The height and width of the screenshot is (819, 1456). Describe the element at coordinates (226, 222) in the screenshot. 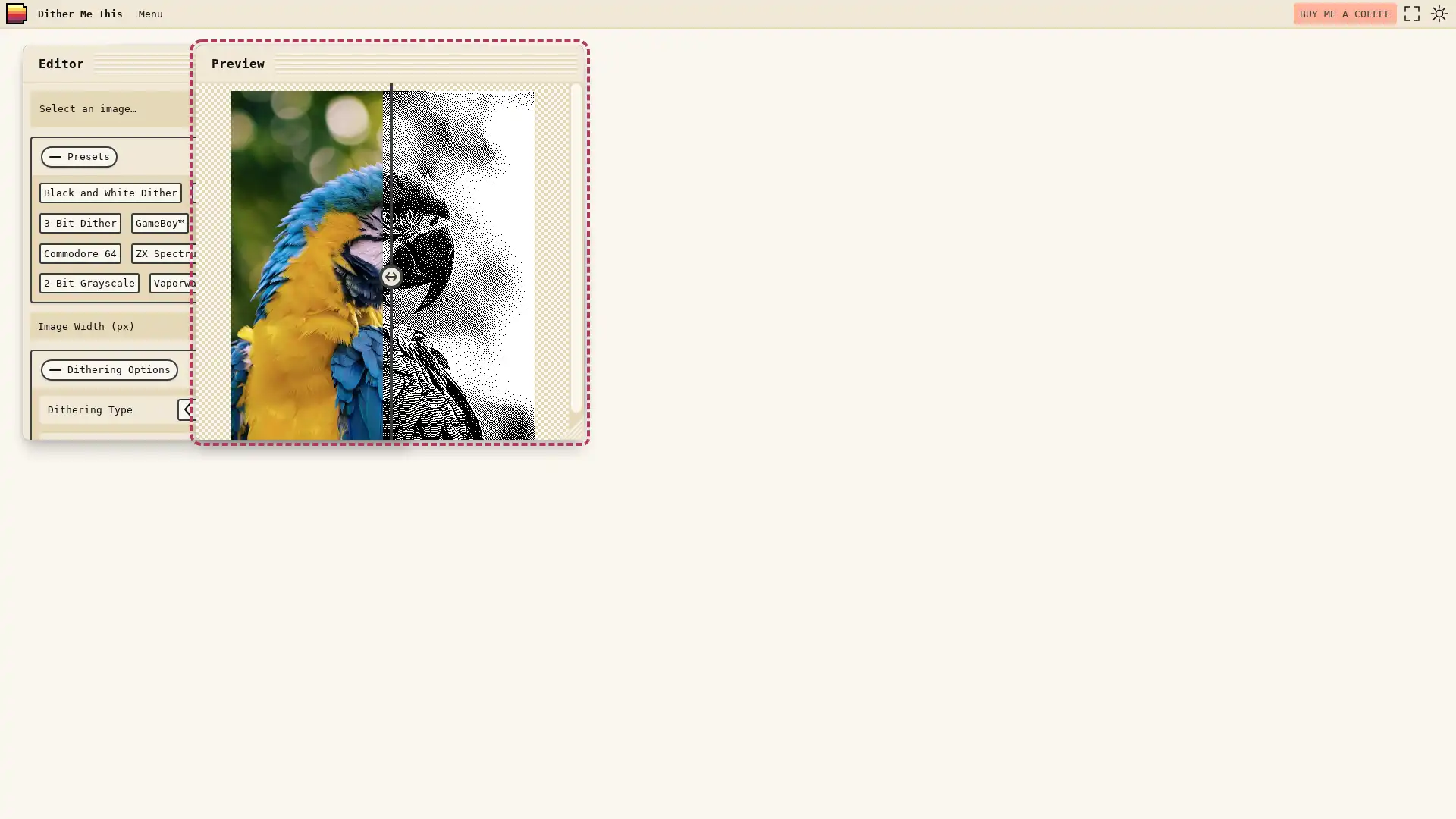

I see `Teletext` at that location.